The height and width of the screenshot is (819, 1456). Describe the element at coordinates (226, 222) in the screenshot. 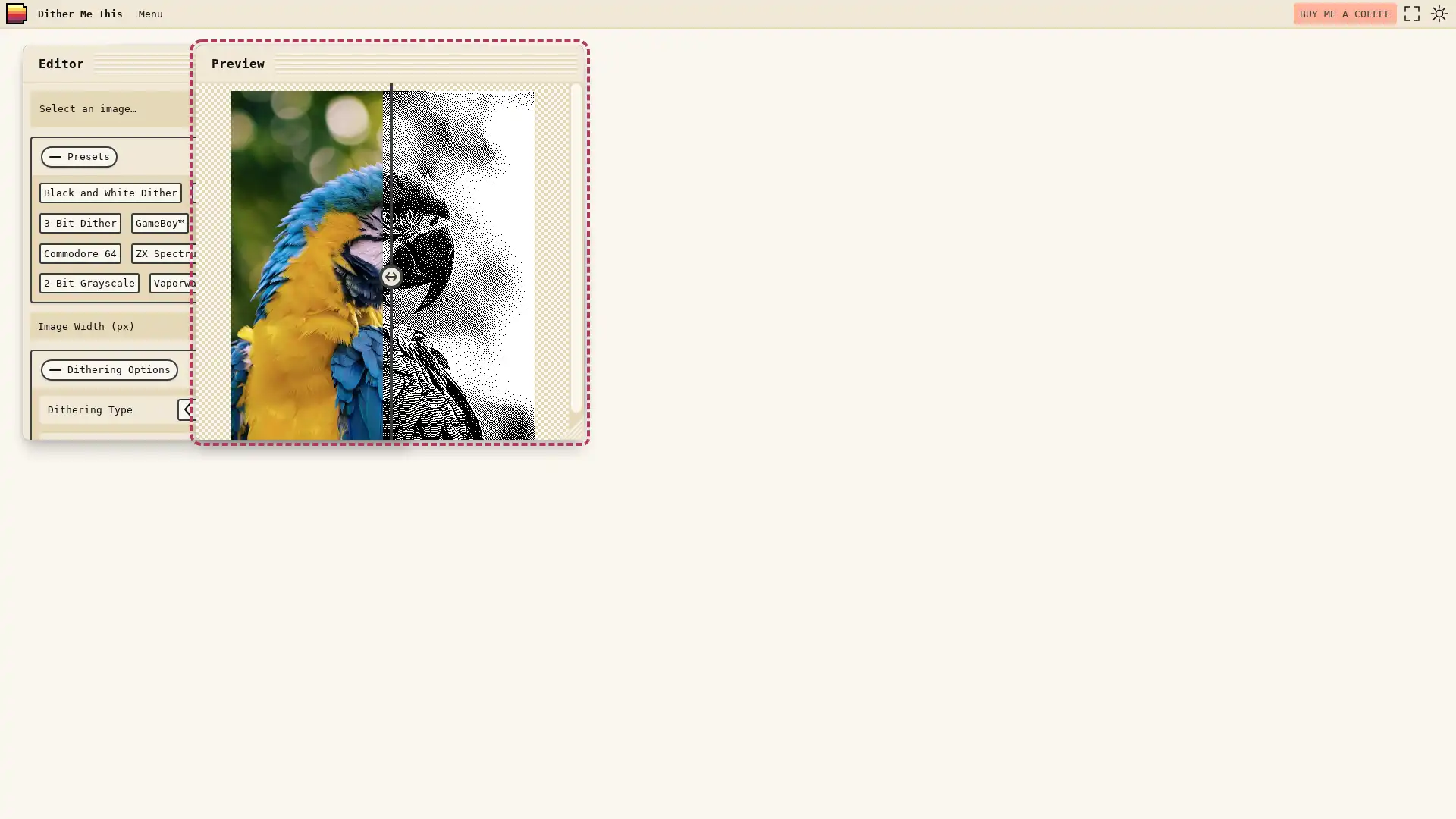

I see `Teletext` at that location.